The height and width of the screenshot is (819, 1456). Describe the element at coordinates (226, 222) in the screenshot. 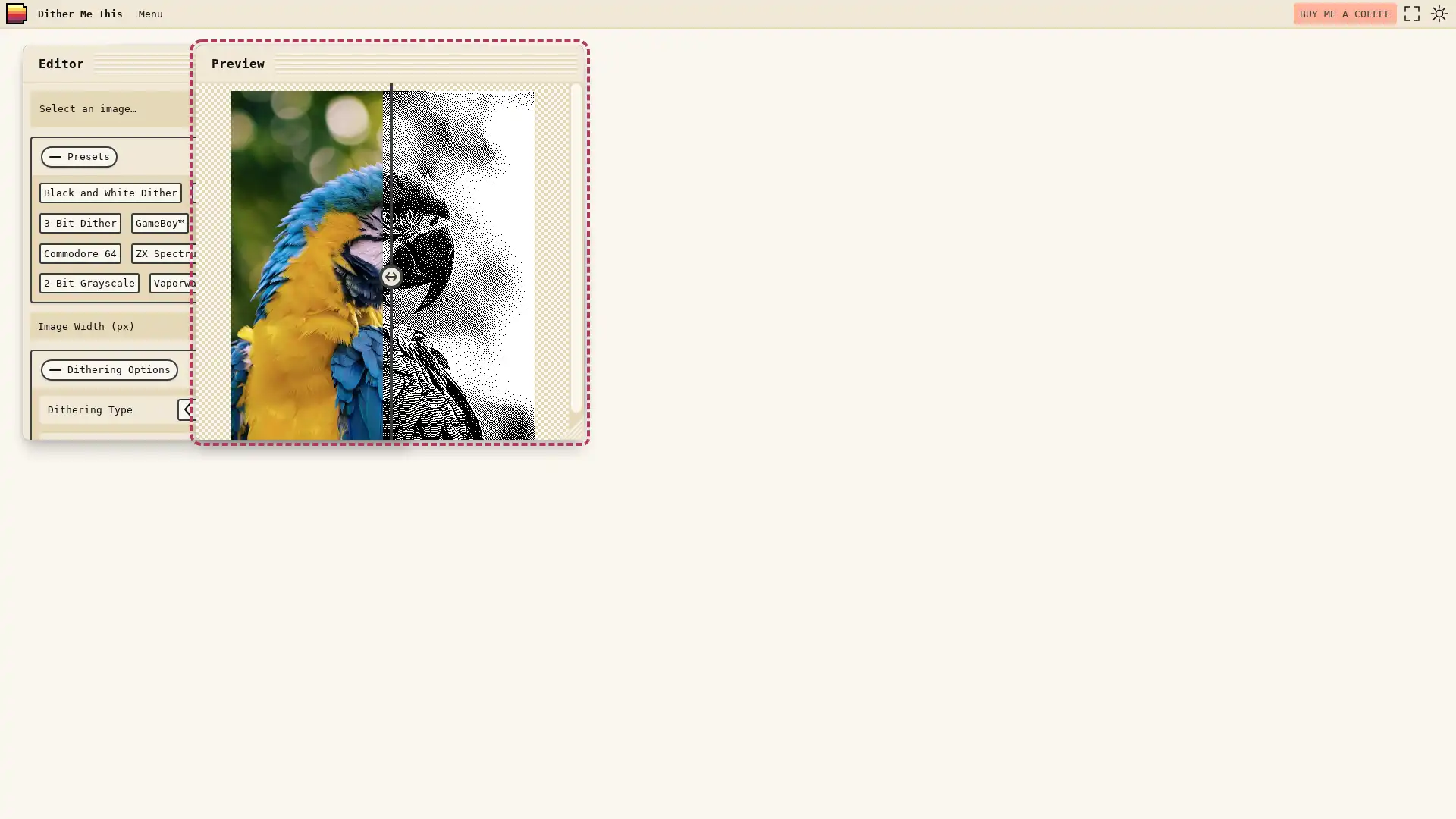

I see `Teletext` at that location.